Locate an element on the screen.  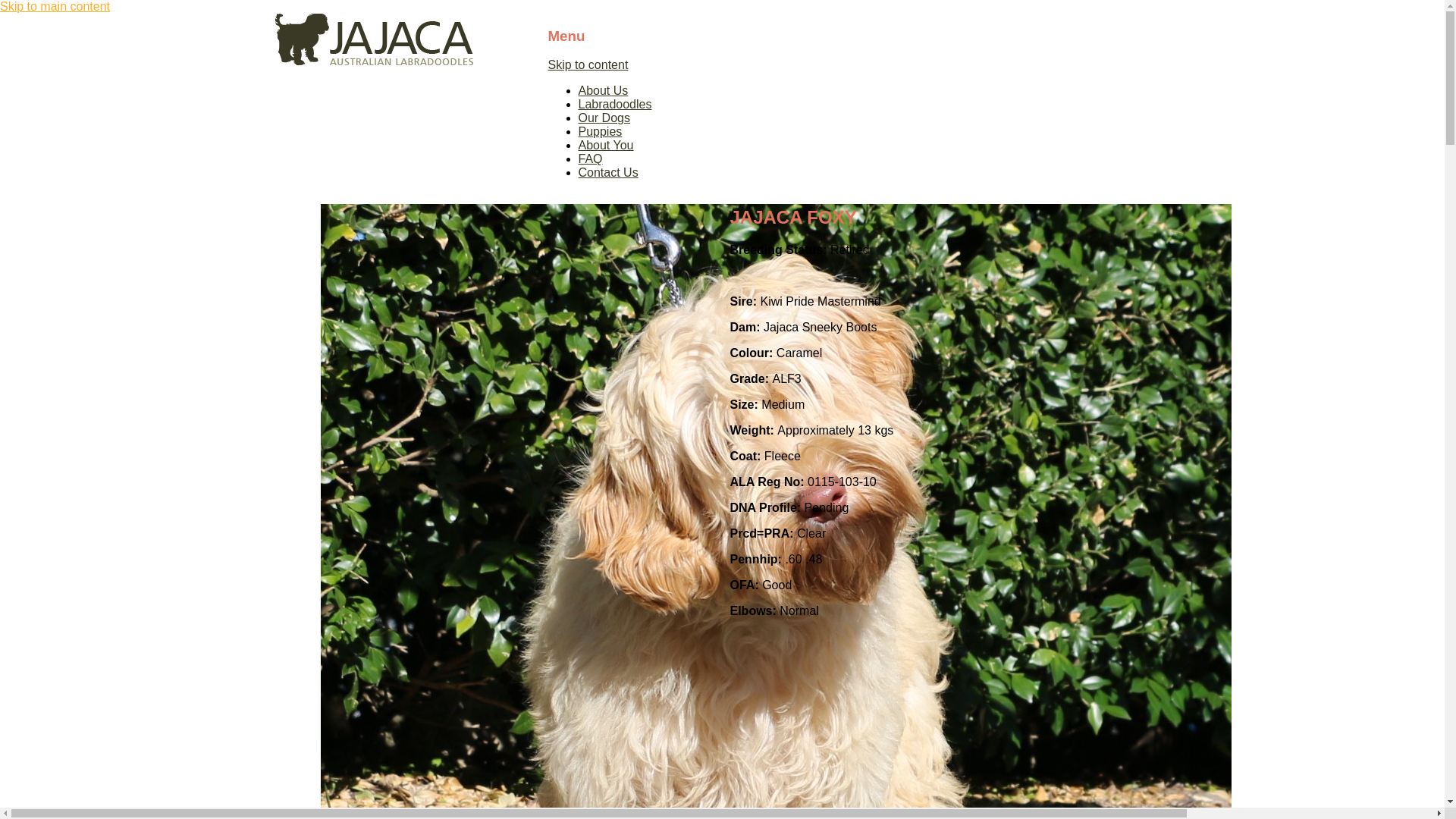
'FAQ' is located at coordinates (588, 158).